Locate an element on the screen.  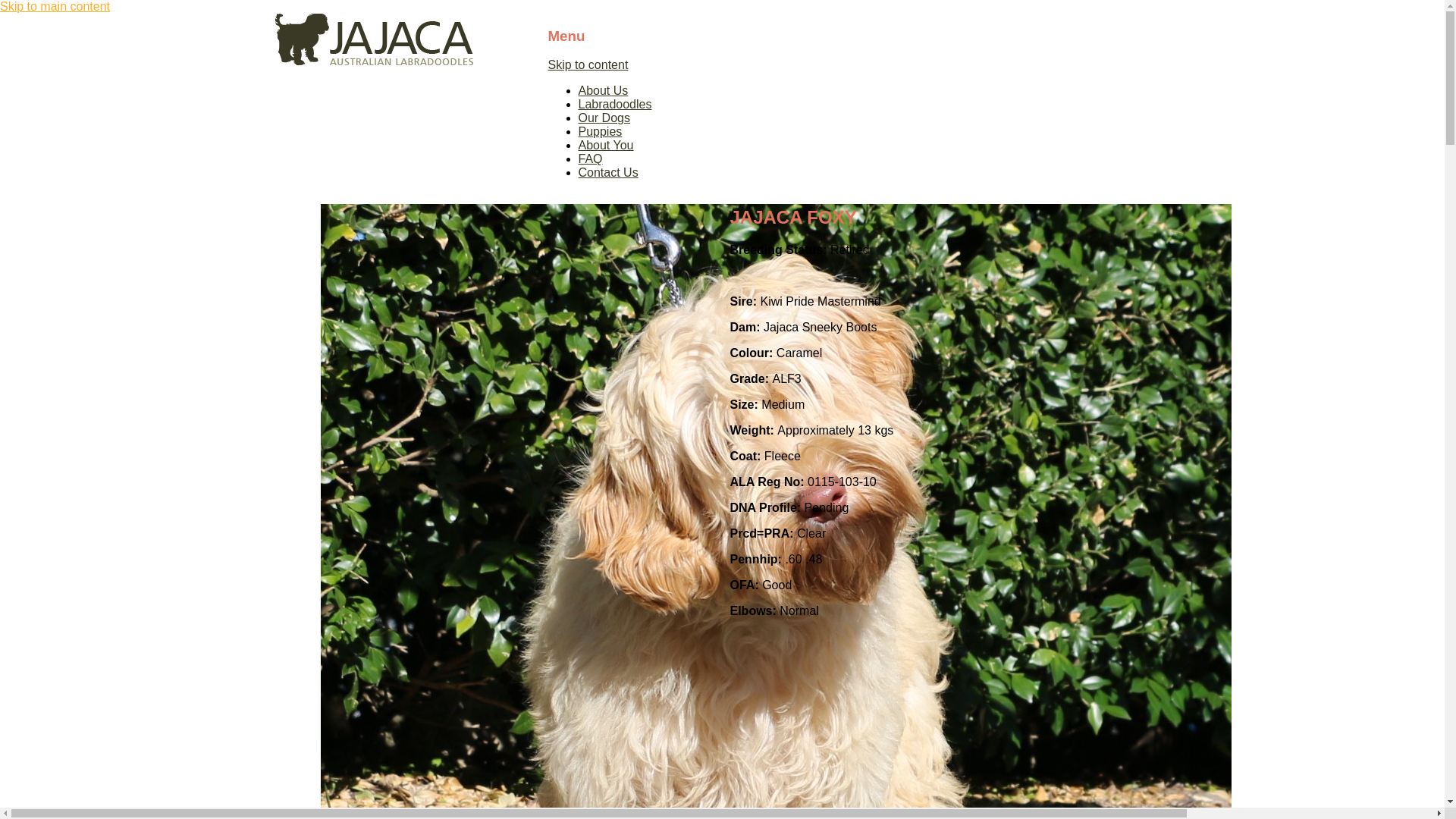
'FAQ' is located at coordinates (588, 158).